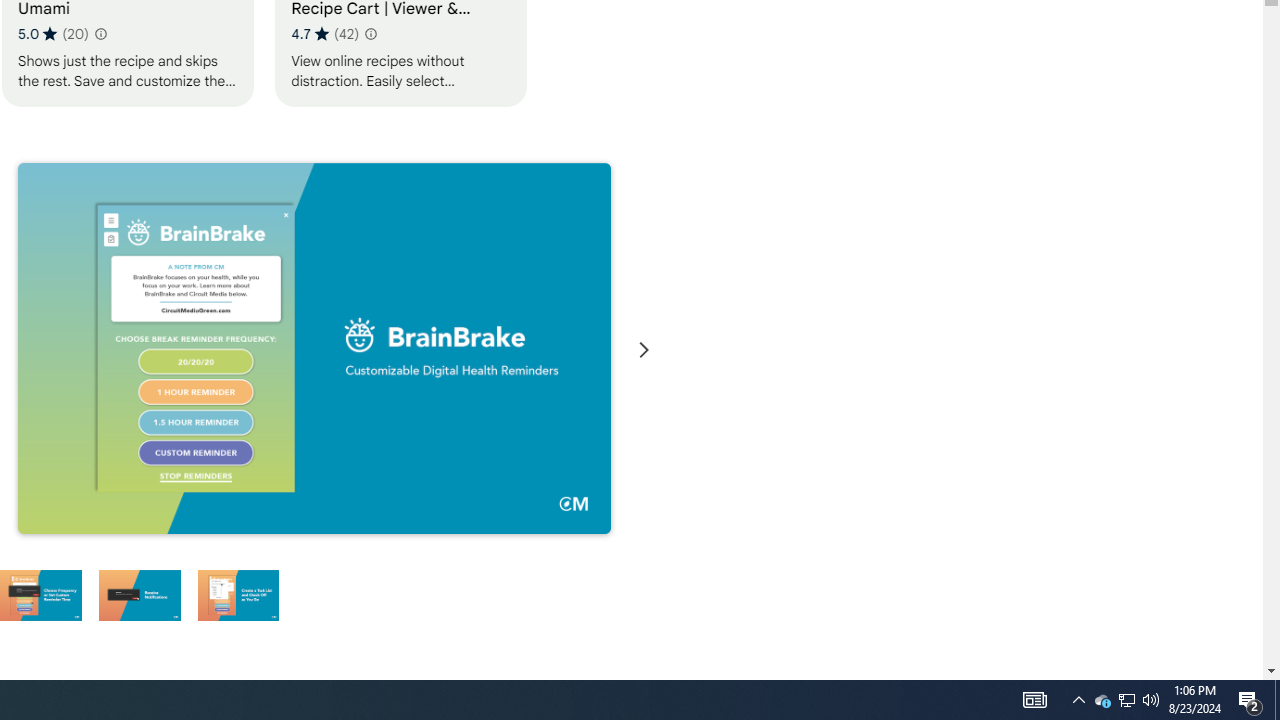 This screenshot has height=720, width=1280. What do you see at coordinates (98, 34) in the screenshot?
I see `'Learn more about results and reviews "Umami"'` at bounding box center [98, 34].